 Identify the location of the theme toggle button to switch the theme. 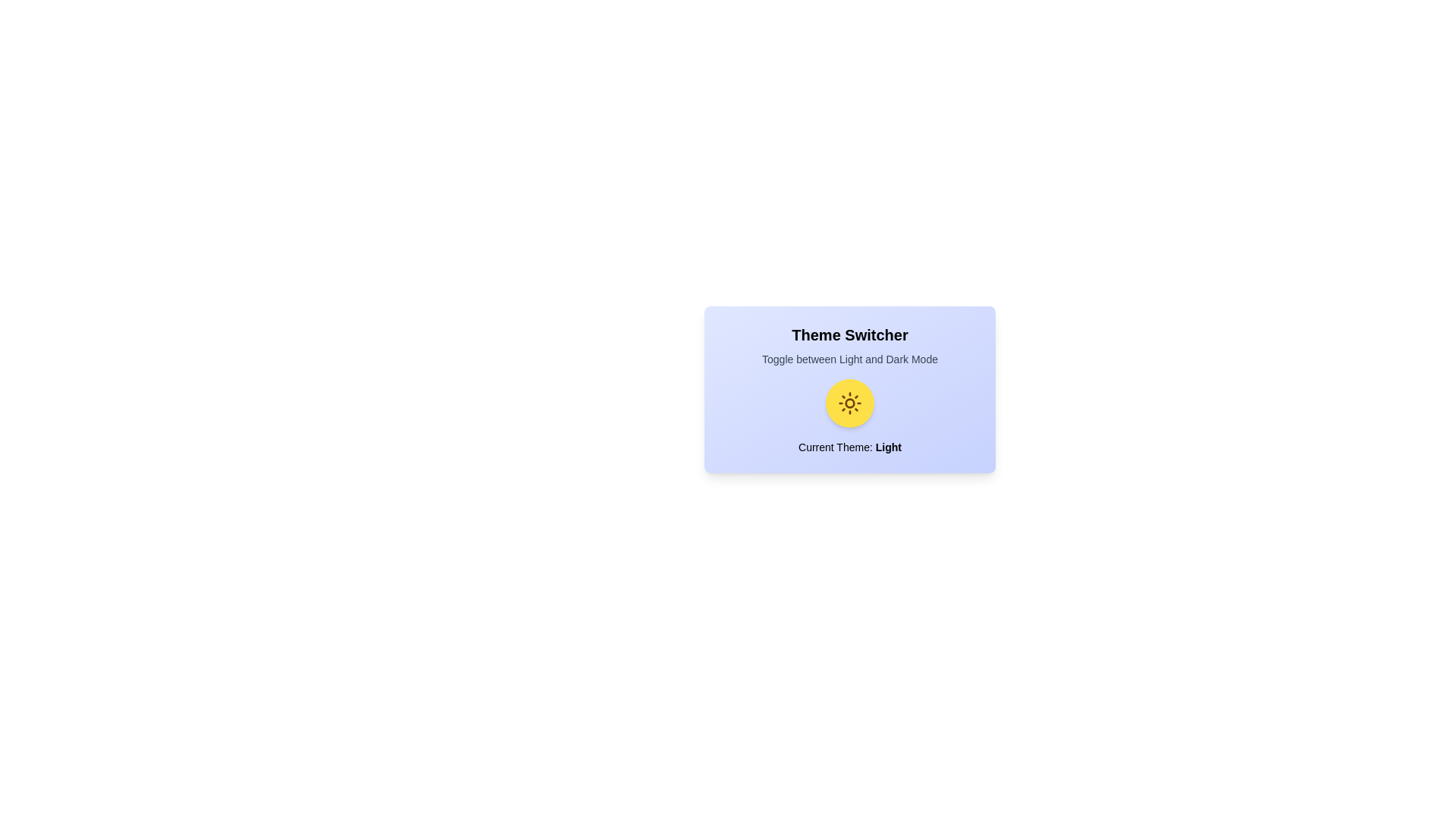
(850, 403).